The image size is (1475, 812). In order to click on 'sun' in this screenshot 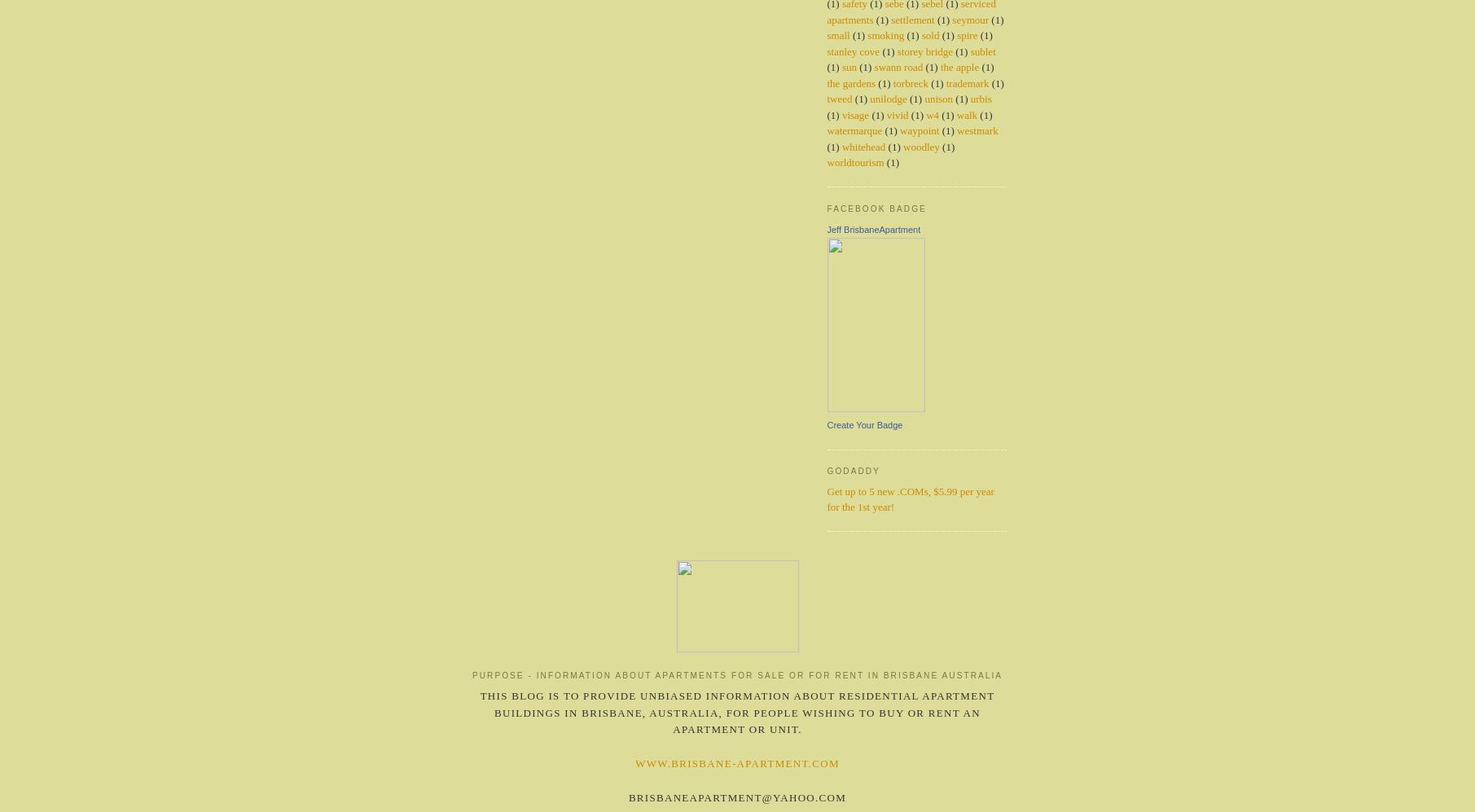, I will do `click(849, 66)`.